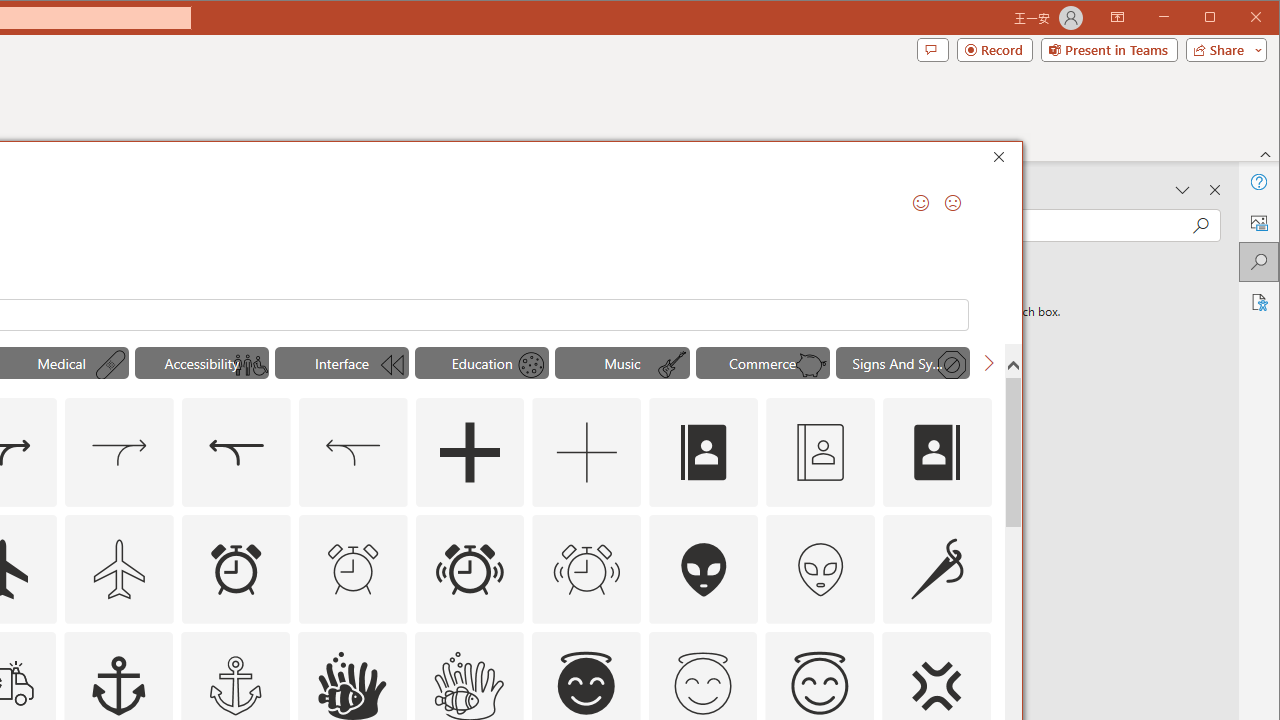 The image size is (1280, 720). Describe the element at coordinates (110, 365) in the screenshot. I see `'AutomationID: Icons_AdhesiveBandage_M'` at that location.